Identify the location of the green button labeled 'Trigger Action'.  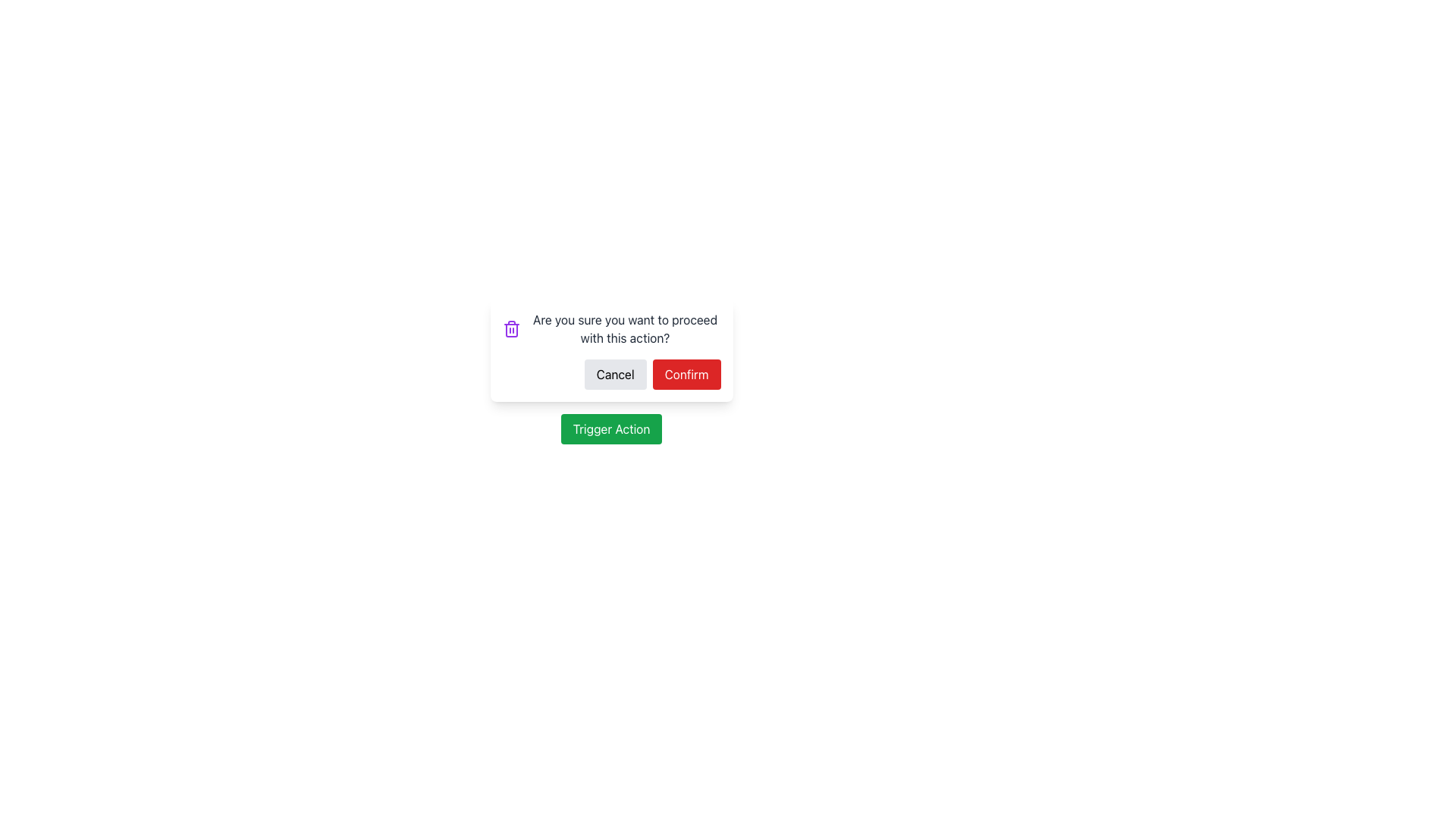
(611, 429).